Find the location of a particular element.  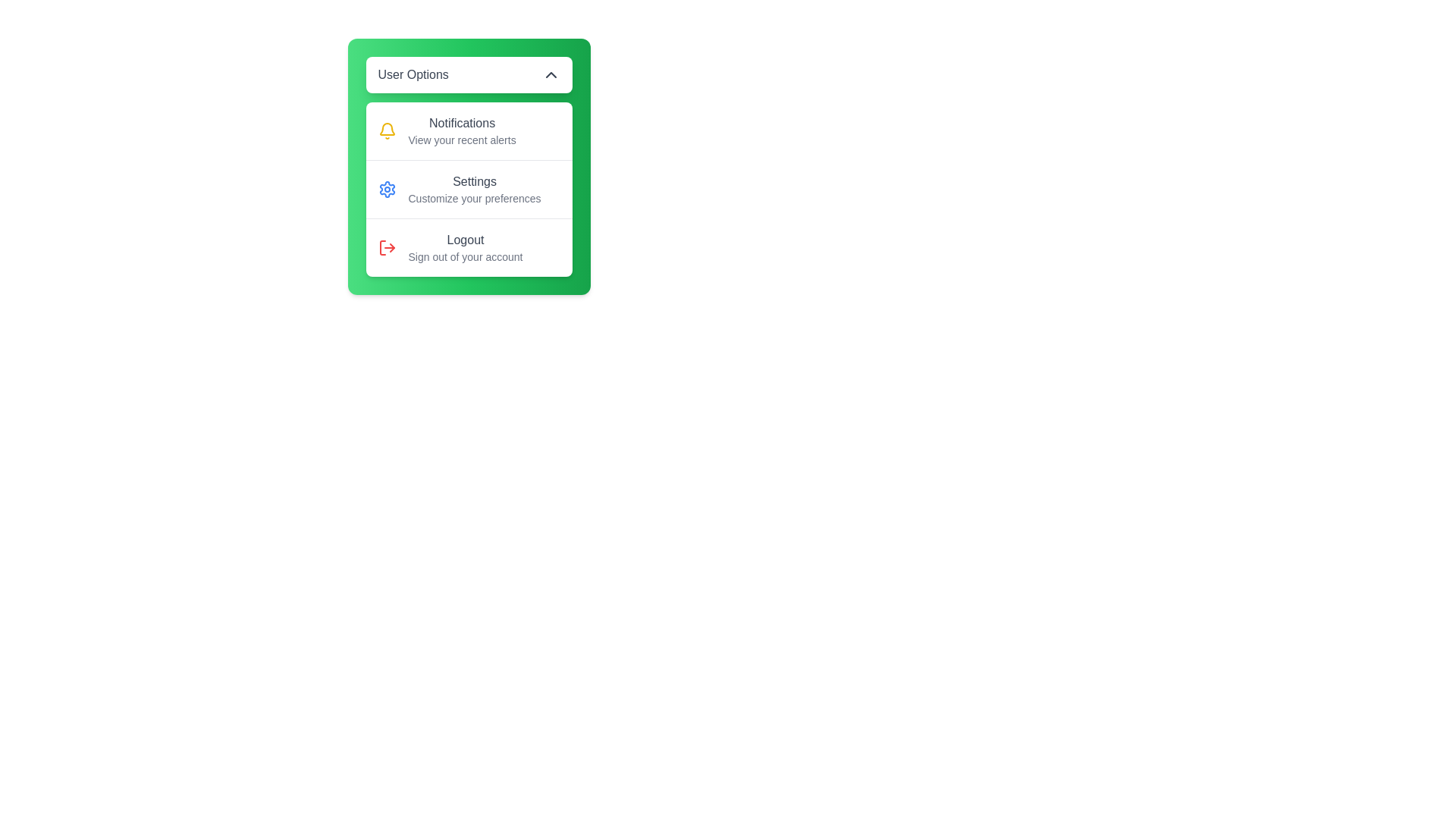

the arrow symbol representing the logout option in the user options dropdown menu, located to the left of the 'Logout' label text is located at coordinates (392, 247).